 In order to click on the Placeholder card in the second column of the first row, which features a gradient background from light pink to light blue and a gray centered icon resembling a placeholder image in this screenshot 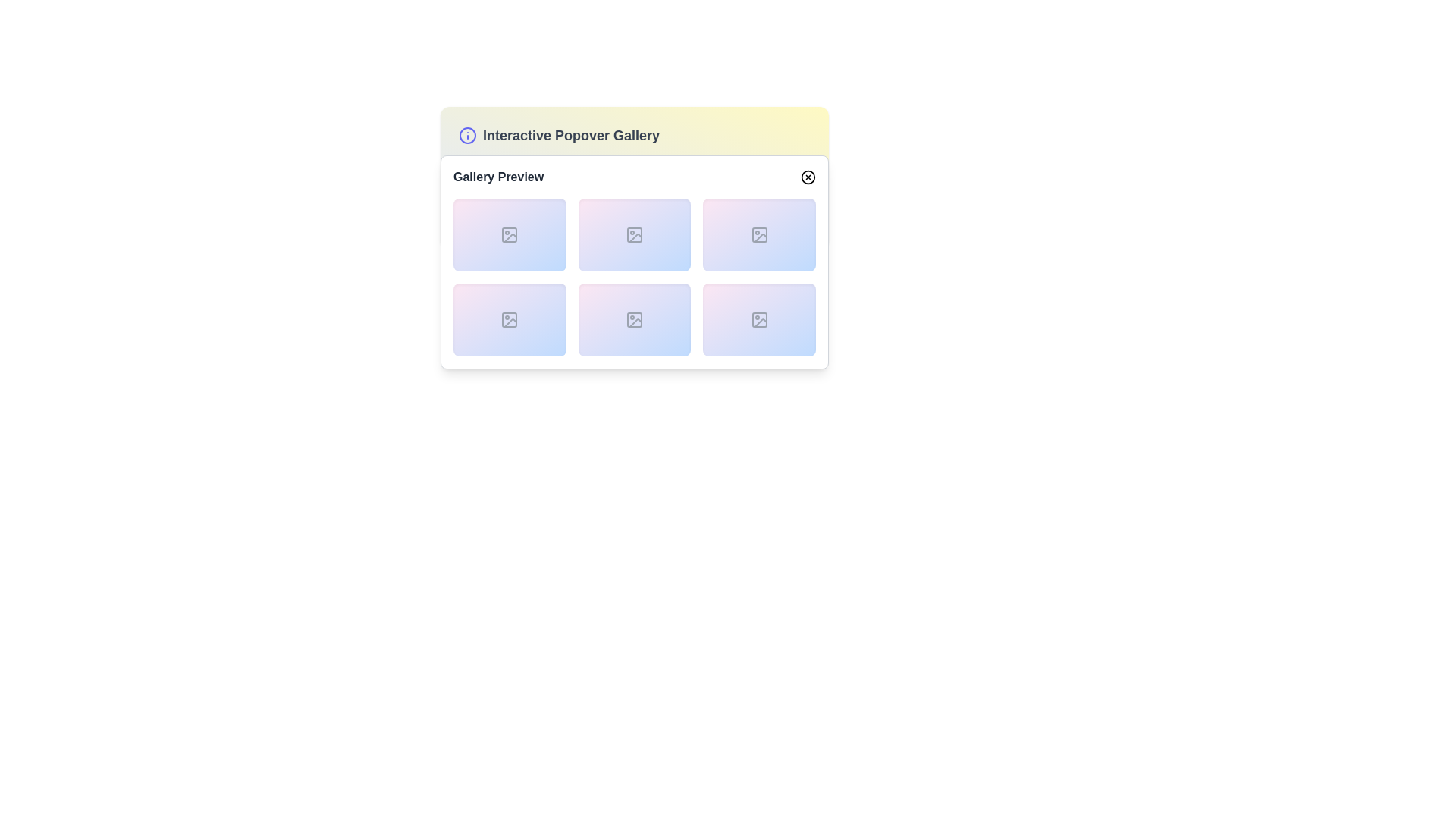, I will do `click(634, 234)`.